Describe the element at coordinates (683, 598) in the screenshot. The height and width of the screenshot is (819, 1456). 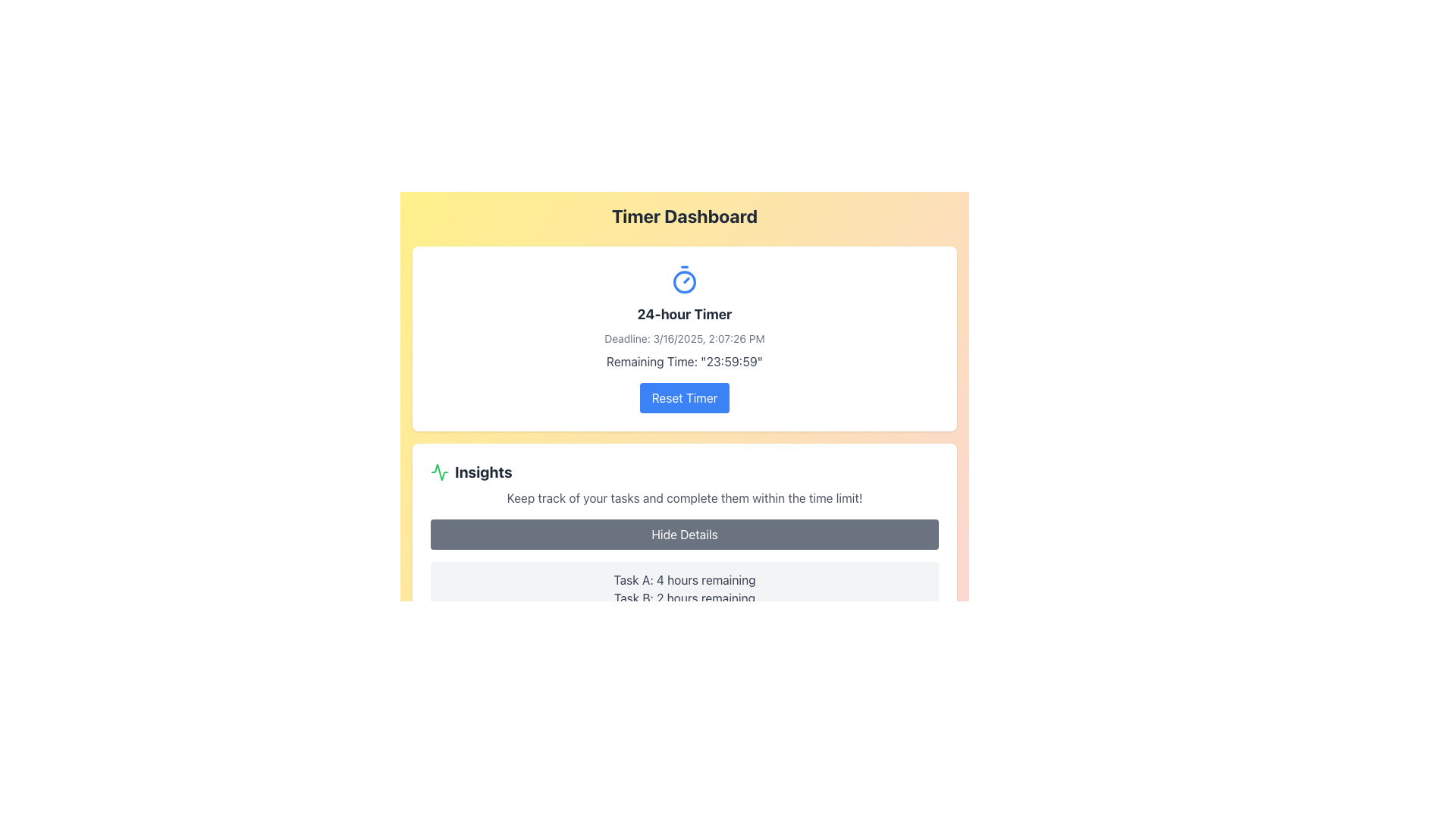
I see `the text display element showing 'Task B: 2 hours remaining' which is the second item in the 'Insights' section` at that location.